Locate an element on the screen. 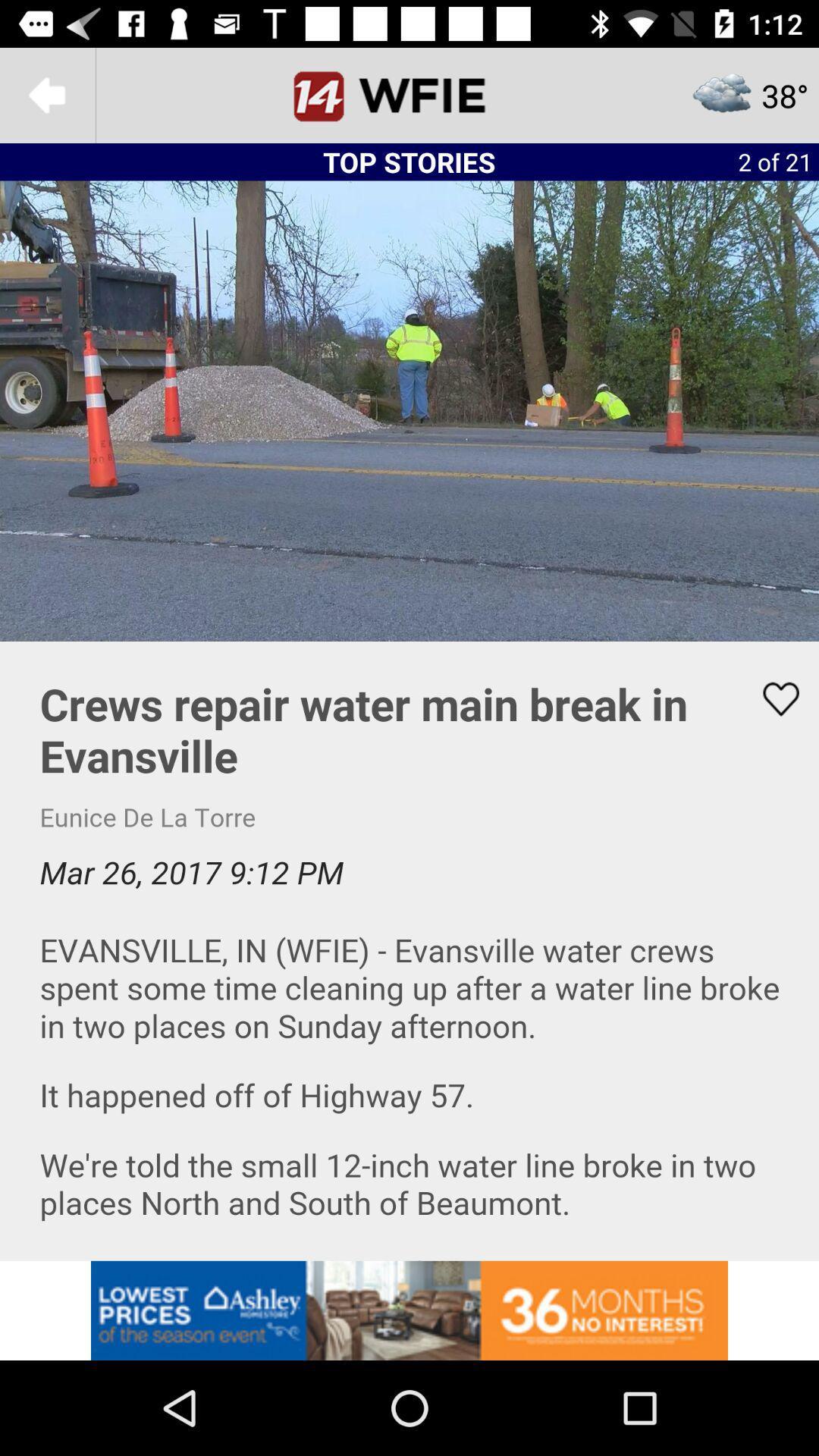 This screenshot has height=1456, width=819. the favorite icon is located at coordinates (771, 698).